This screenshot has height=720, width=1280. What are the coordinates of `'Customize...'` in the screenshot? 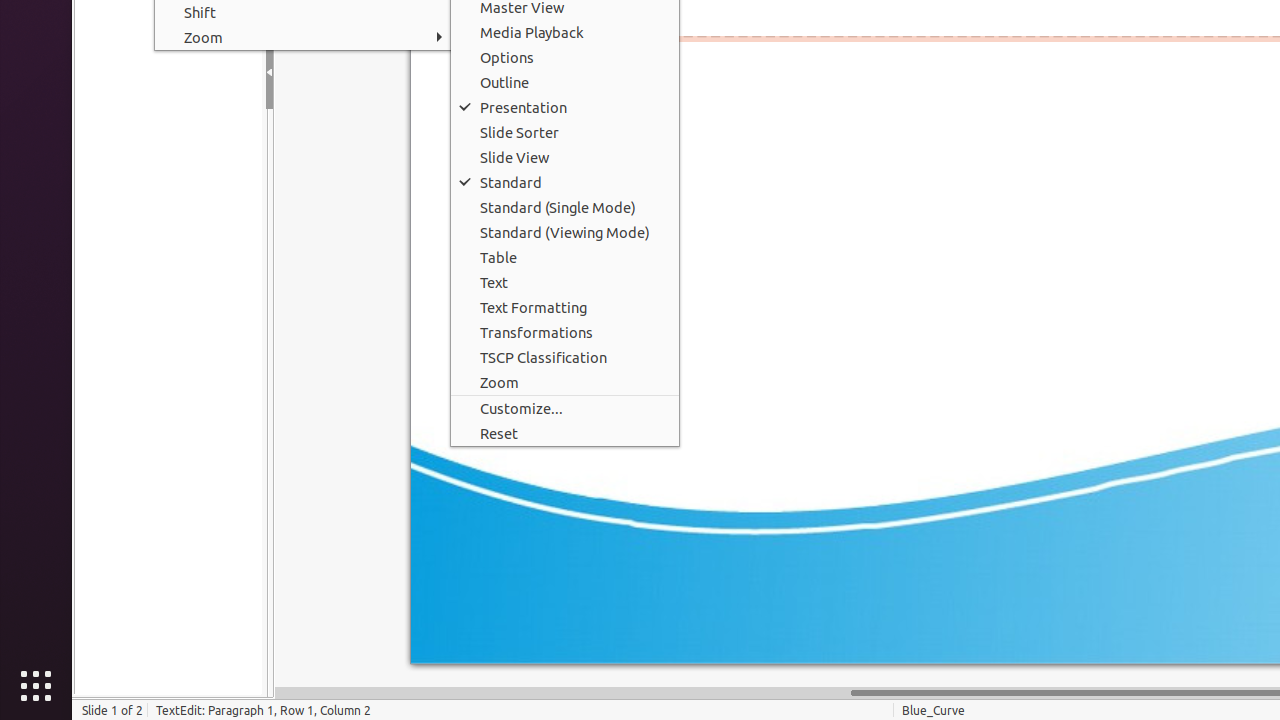 It's located at (563, 407).